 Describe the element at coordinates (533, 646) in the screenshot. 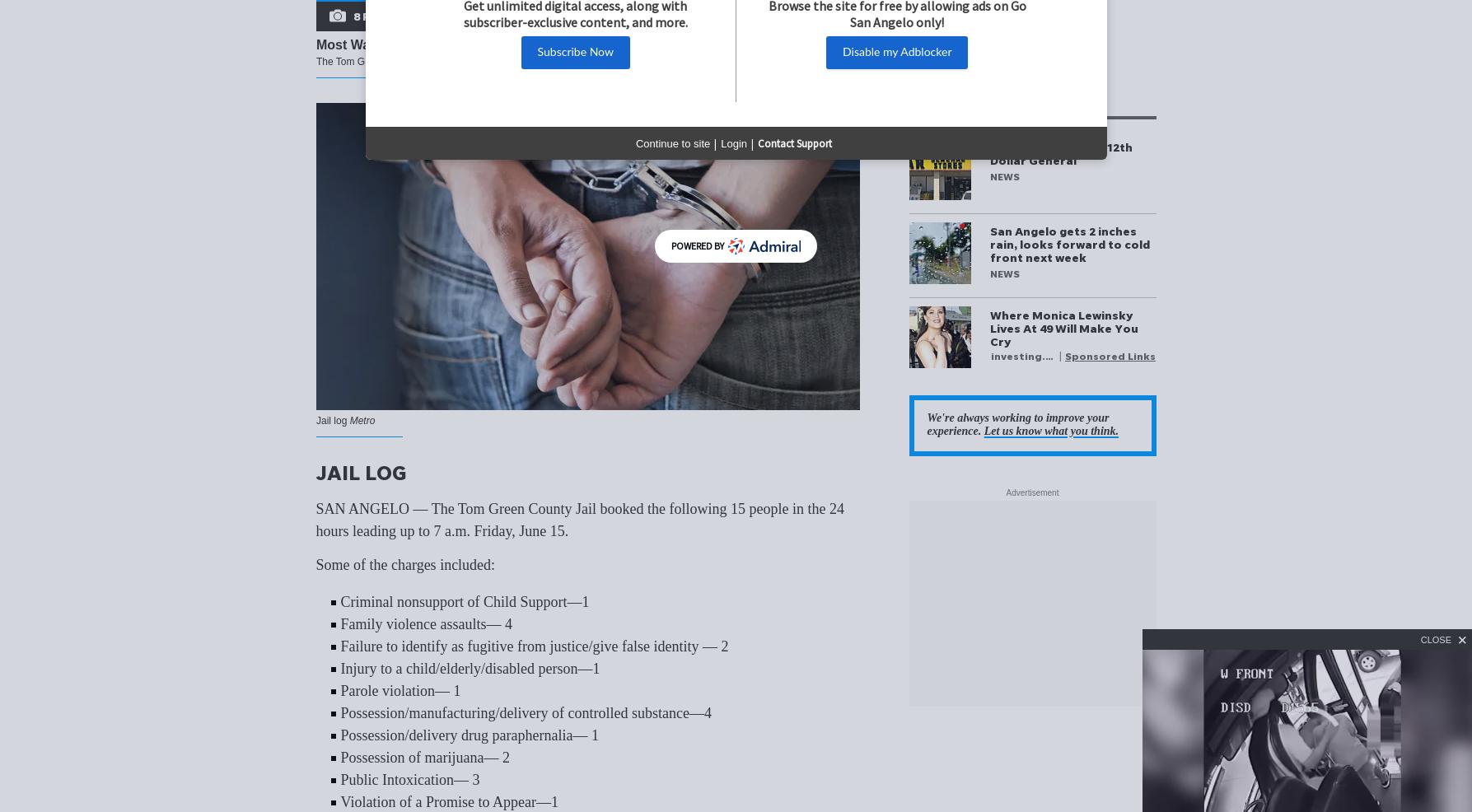

I see `'Failure to identify as fugitive from justice/give false identity — 2'` at that location.